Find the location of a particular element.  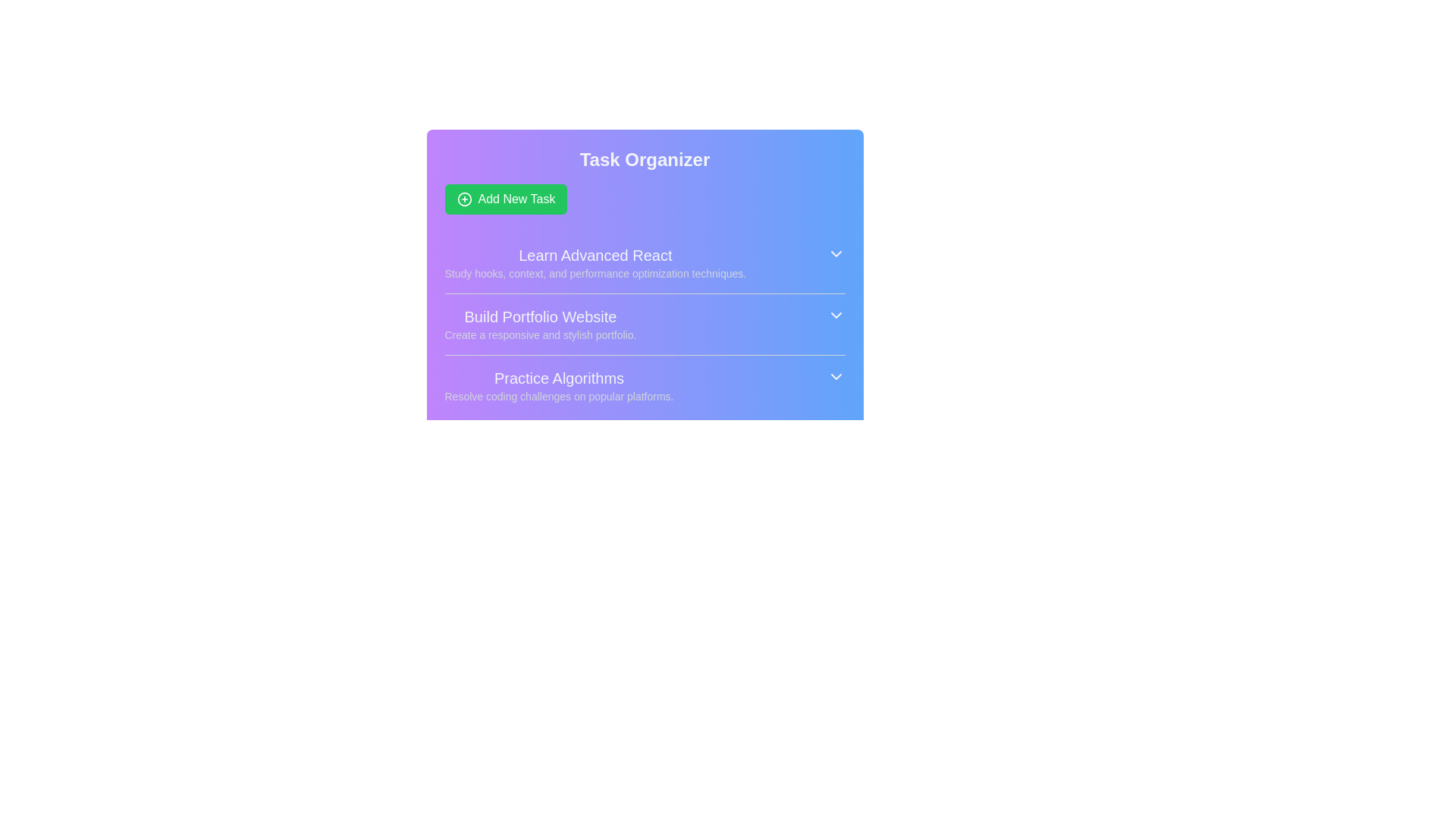

the text block that reads 'Resolve coding challenges on popular platforms.', which is positioned directly below the 'Practice Algorithms' title is located at coordinates (558, 396).